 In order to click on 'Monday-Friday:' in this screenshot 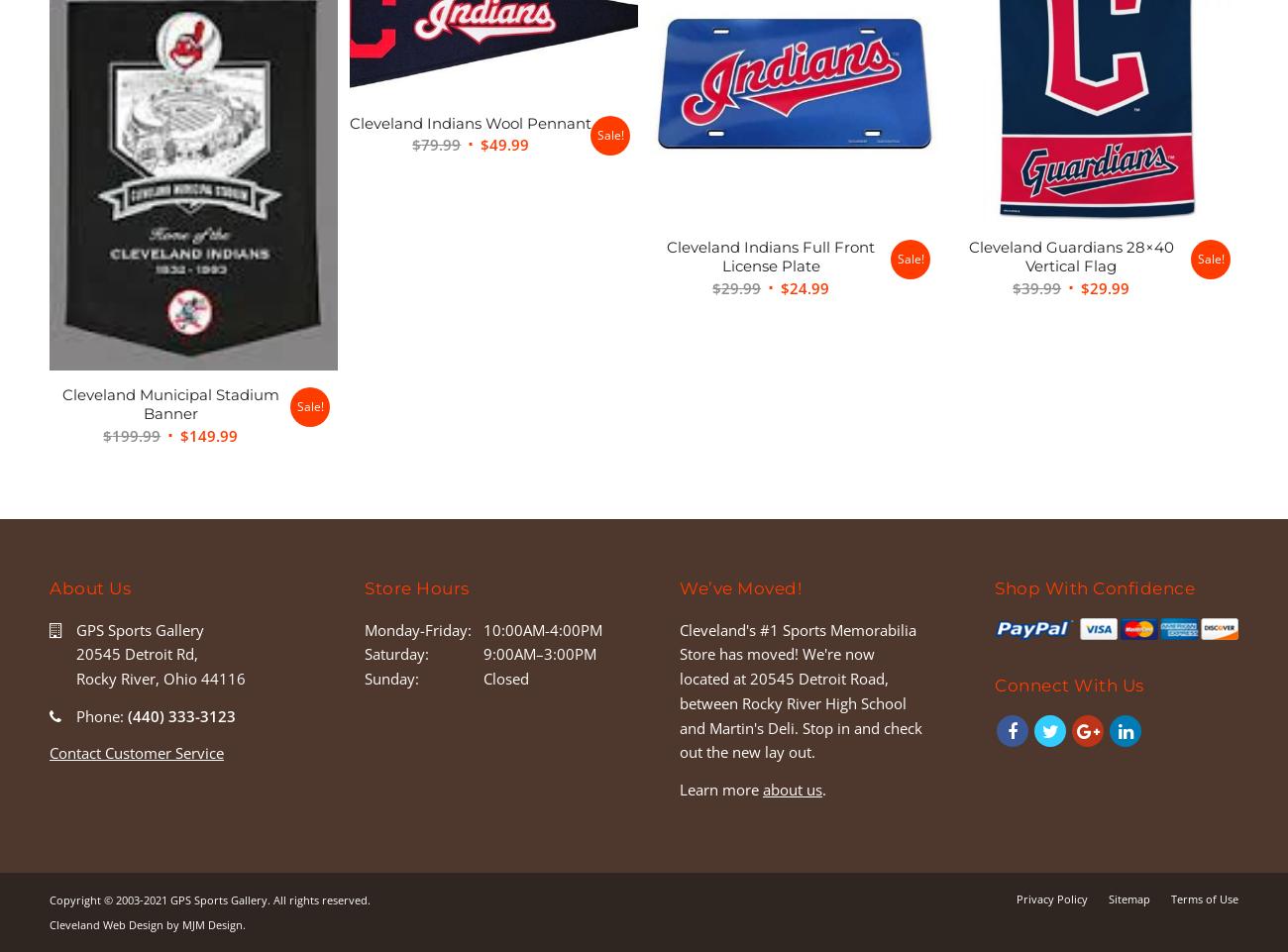, I will do `click(417, 629)`.